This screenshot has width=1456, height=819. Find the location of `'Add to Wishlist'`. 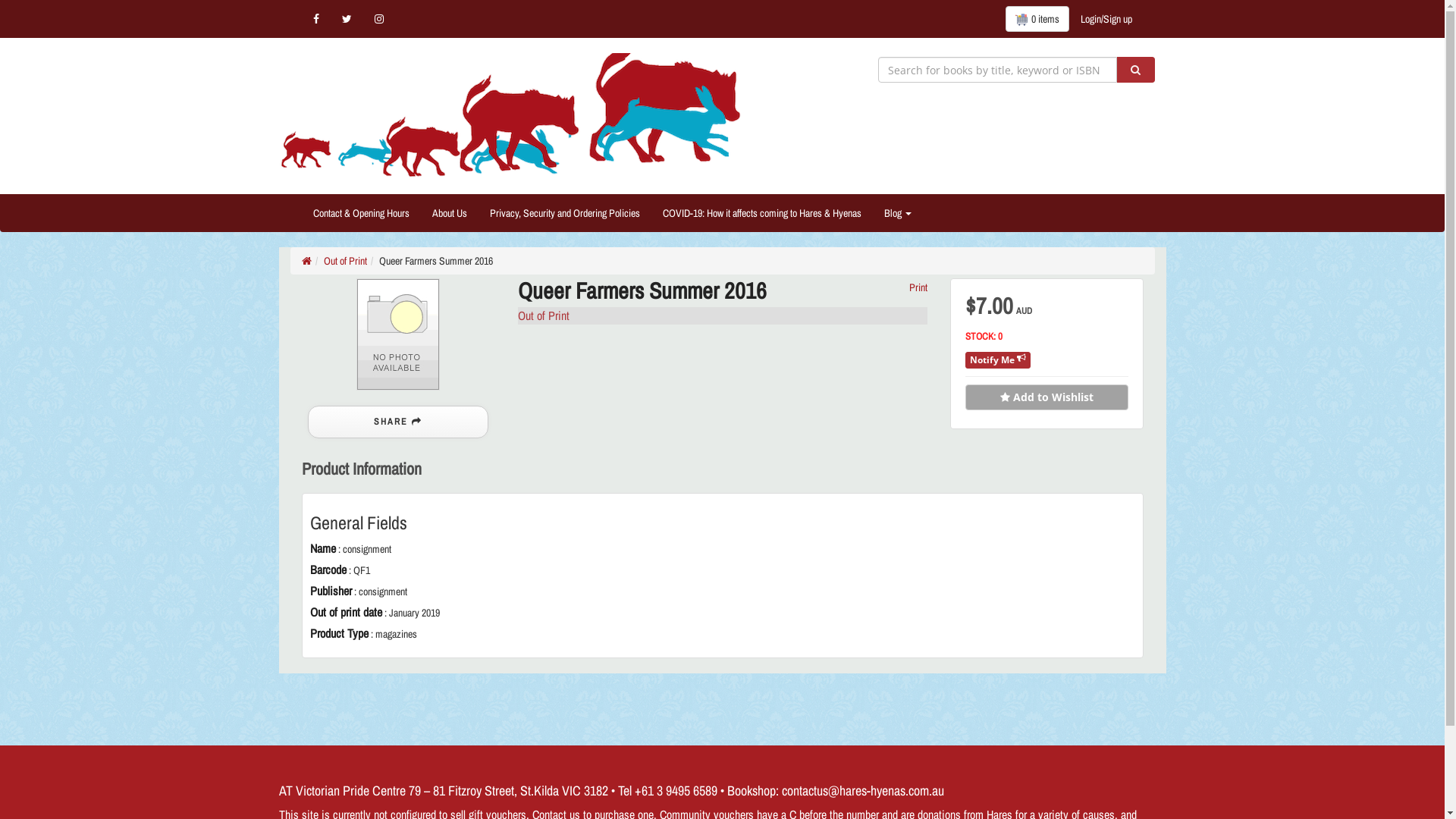

'Add to Wishlist' is located at coordinates (1045, 397).